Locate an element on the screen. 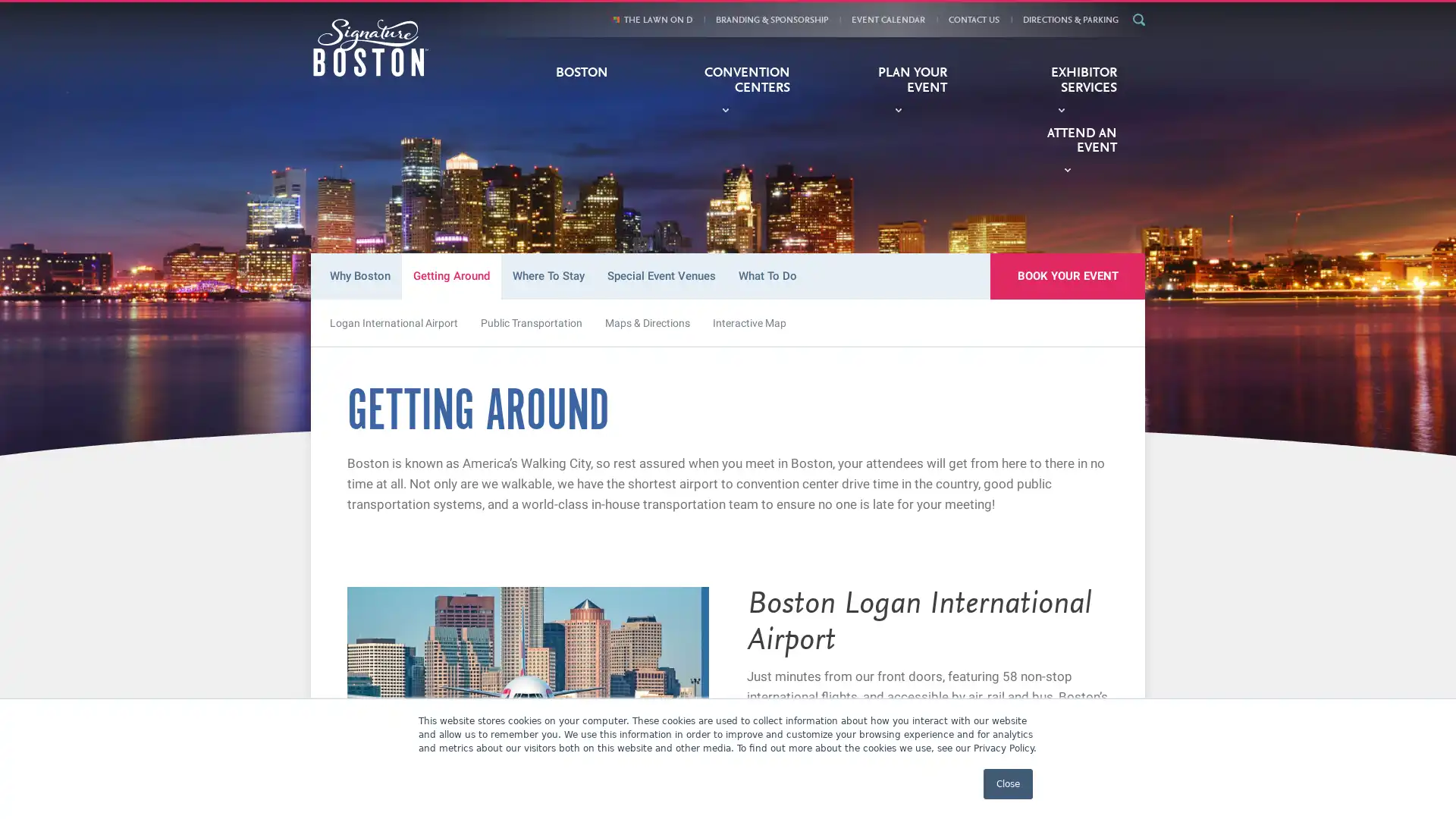 The width and height of the screenshot is (1456, 819). Close is located at coordinates (1008, 783).